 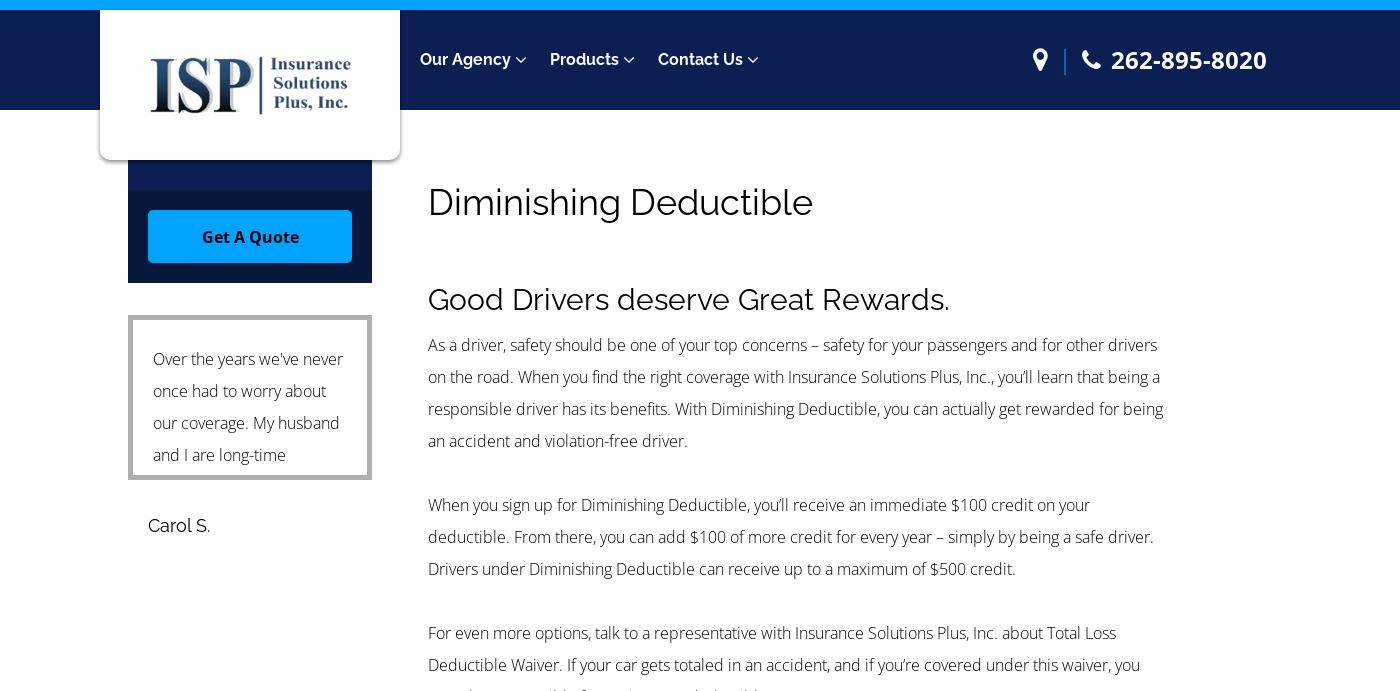 What do you see at coordinates (620, 200) in the screenshot?
I see `'Diminishing Deductible'` at bounding box center [620, 200].